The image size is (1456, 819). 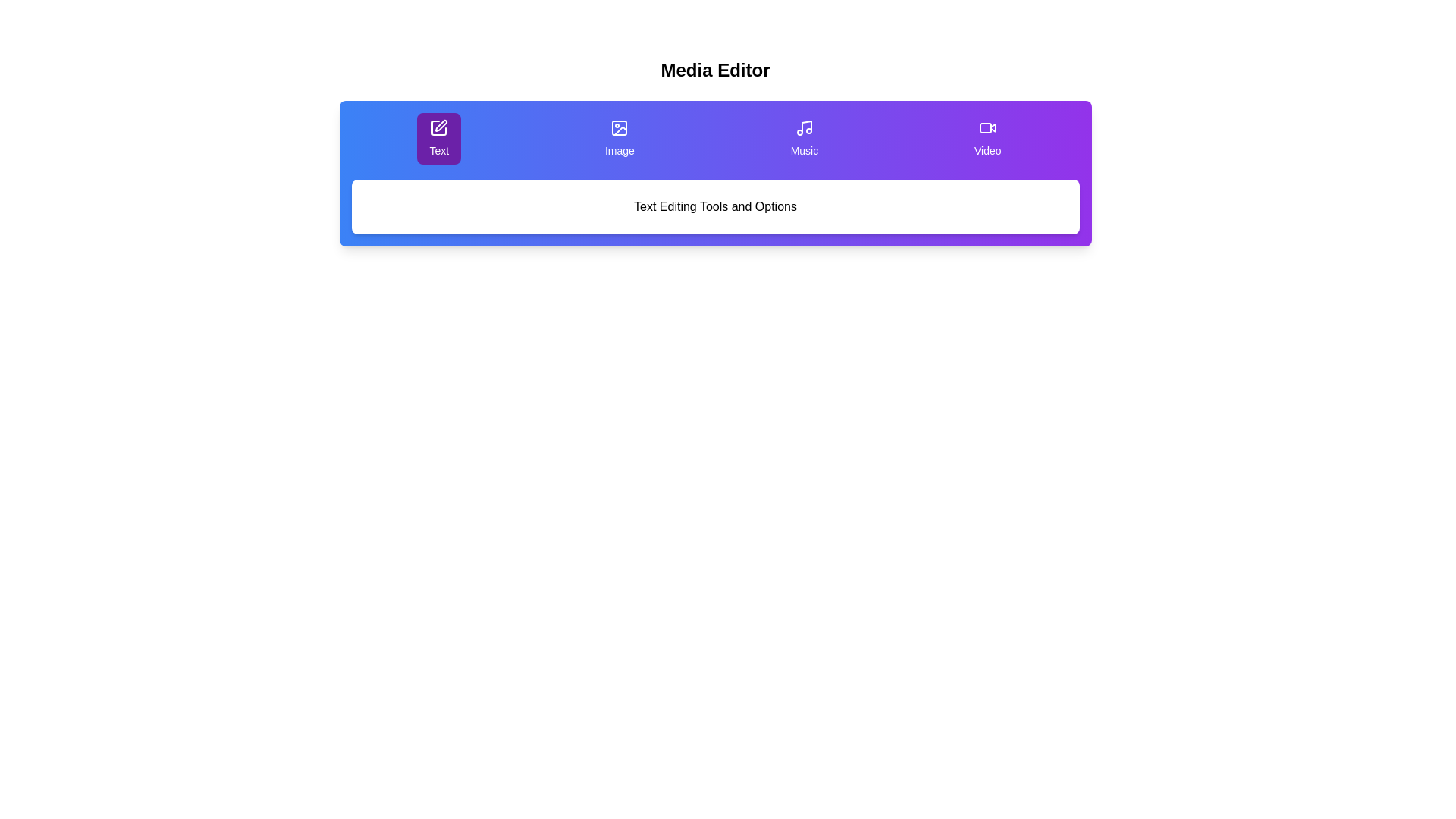 What do you see at coordinates (620, 127) in the screenshot?
I see `the rounded rectangle element within the 'Image' button icon in the toolbar` at bounding box center [620, 127].